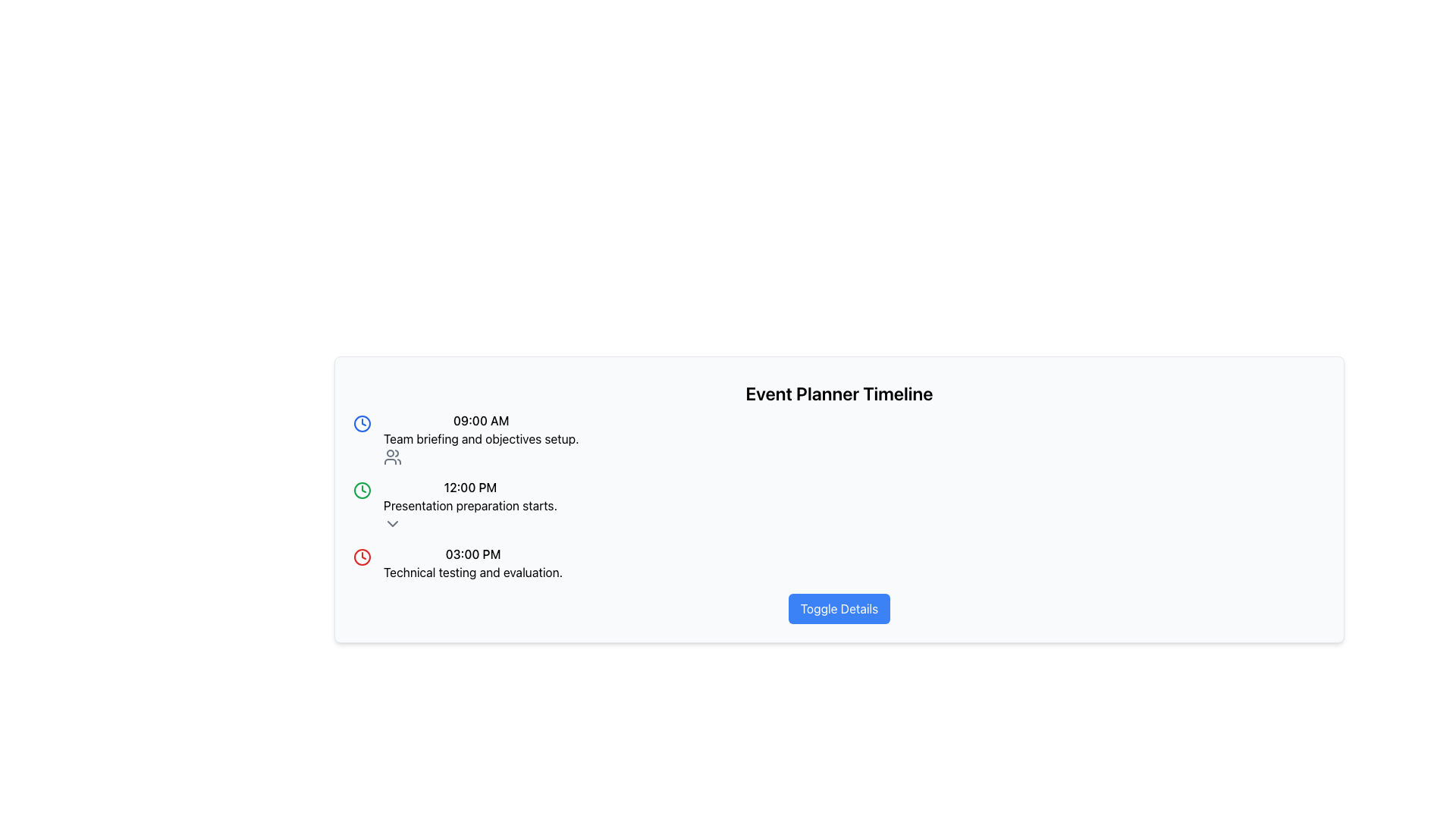  I want to click on the chevron icon located in the third row of the timeline list, below '12:00 PM Presentation preparation starts,', so click(393, 522).